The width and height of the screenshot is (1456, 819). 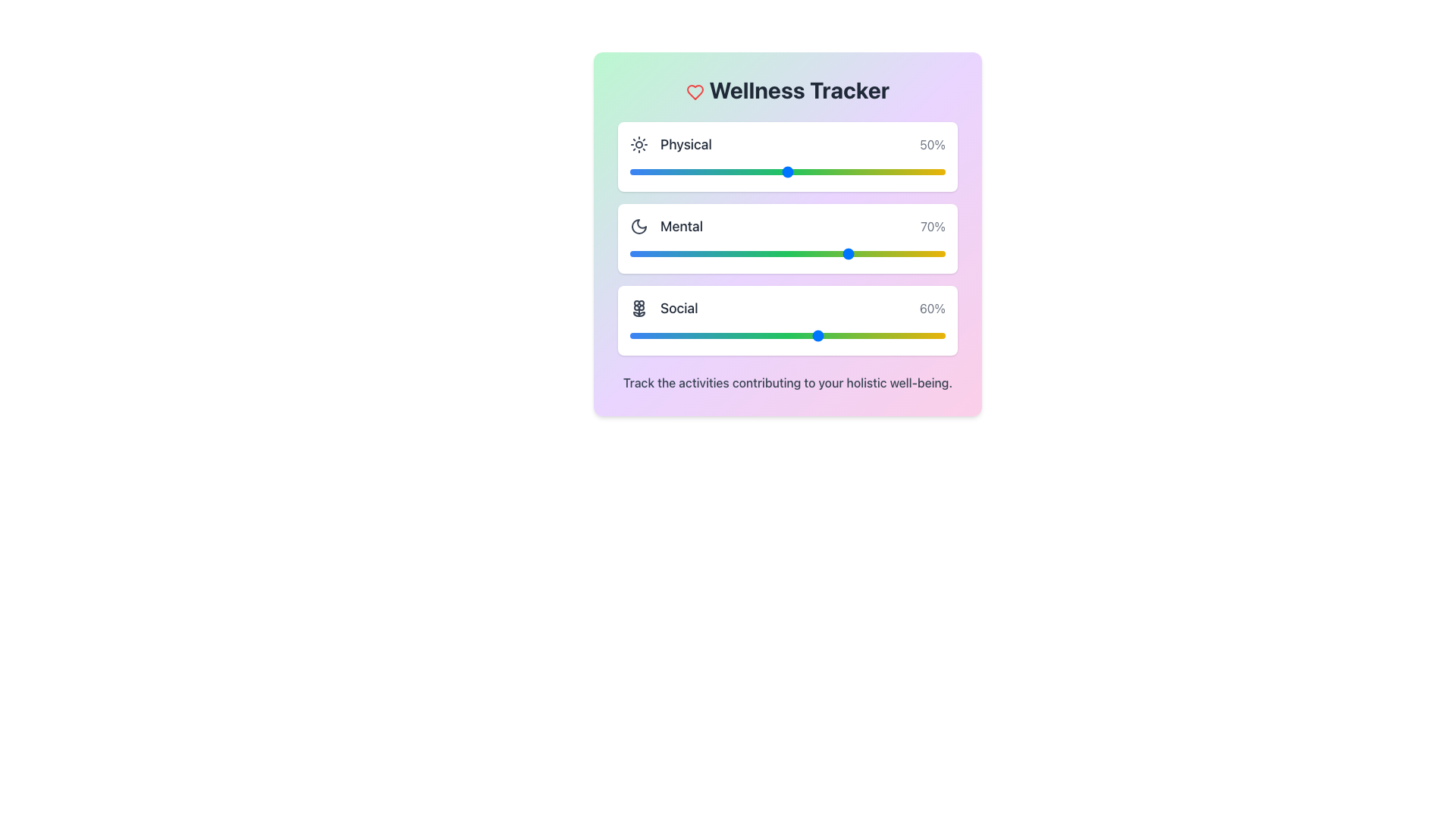 I want to click on the 'Physical' label with the sun-shaped icon and '50%' text, which is the first entry in the Wellness Tracker list, so click(x=787, y=145).